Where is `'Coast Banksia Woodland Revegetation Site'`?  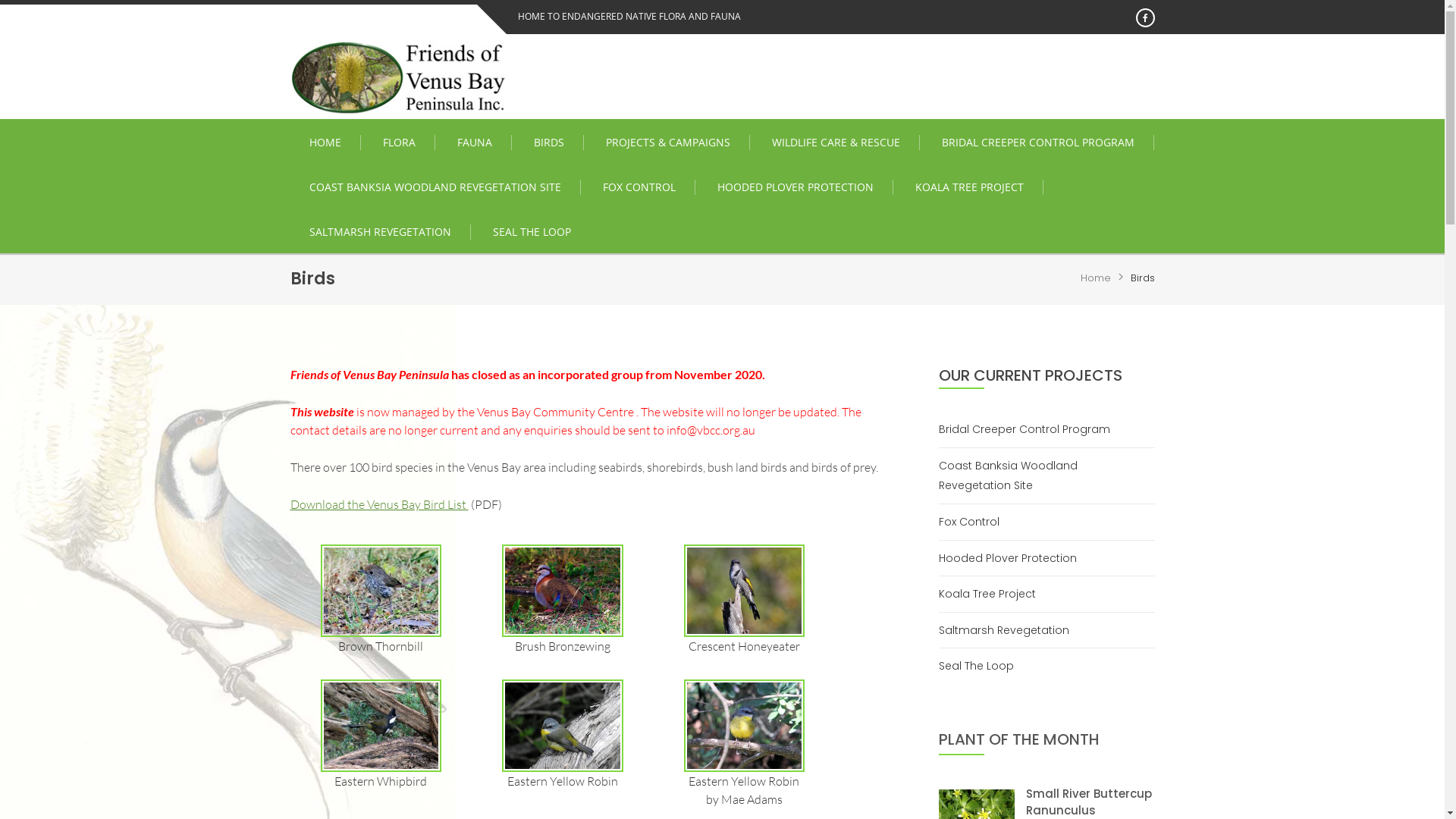 'Coast Banksia Woodland Revegetation Site' is located at coordinates (1046, 475).